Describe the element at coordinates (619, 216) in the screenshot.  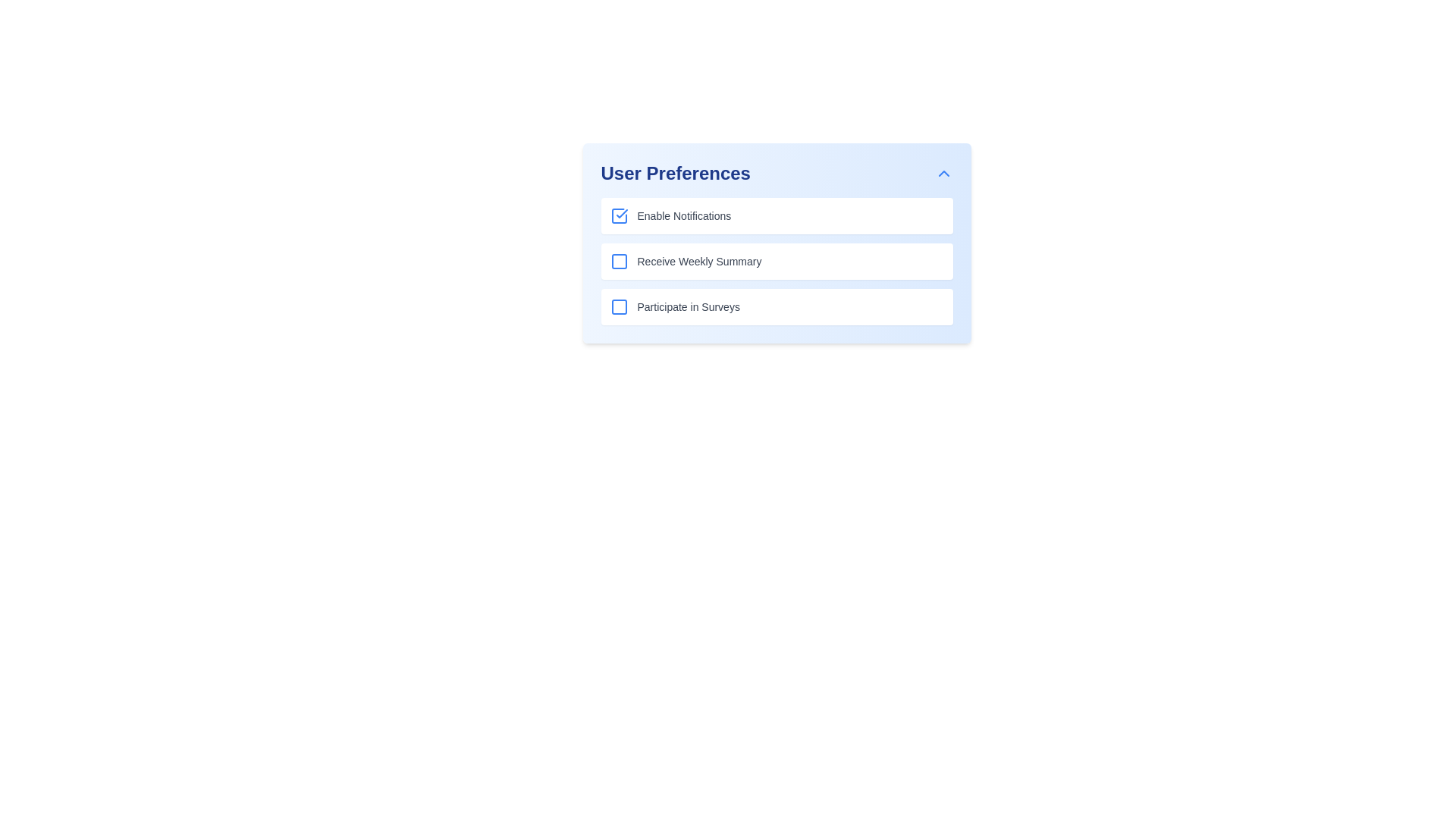
I see `the checkbox for 'Enable Notifications' located in the 'User Preferences' section` at that location.